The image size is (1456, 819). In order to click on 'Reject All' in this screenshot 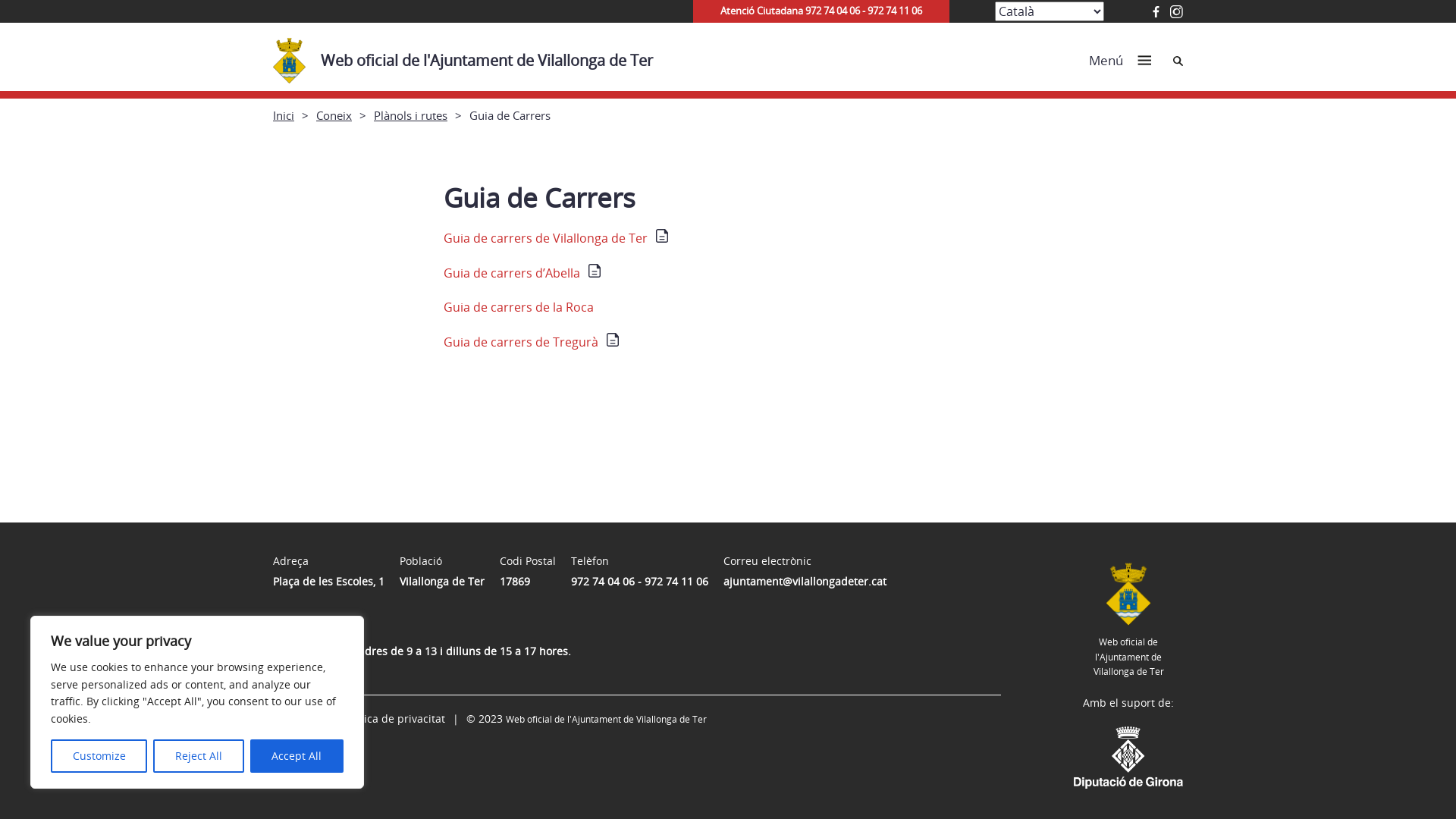, I will do `click(152, 755)`.